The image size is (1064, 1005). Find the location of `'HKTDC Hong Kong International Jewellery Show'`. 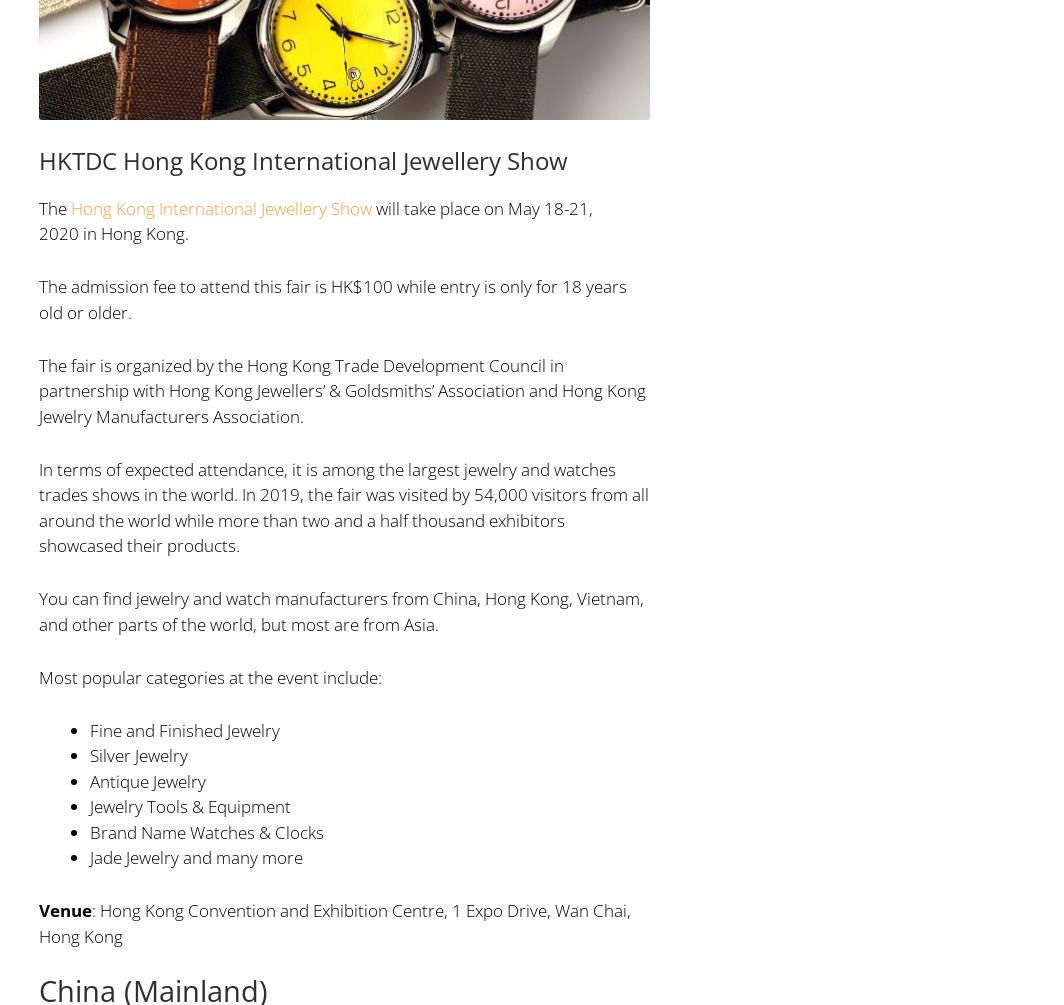

'HKTDC Hong Kong International Jewellery Show' is located at coordinates (302, 159).